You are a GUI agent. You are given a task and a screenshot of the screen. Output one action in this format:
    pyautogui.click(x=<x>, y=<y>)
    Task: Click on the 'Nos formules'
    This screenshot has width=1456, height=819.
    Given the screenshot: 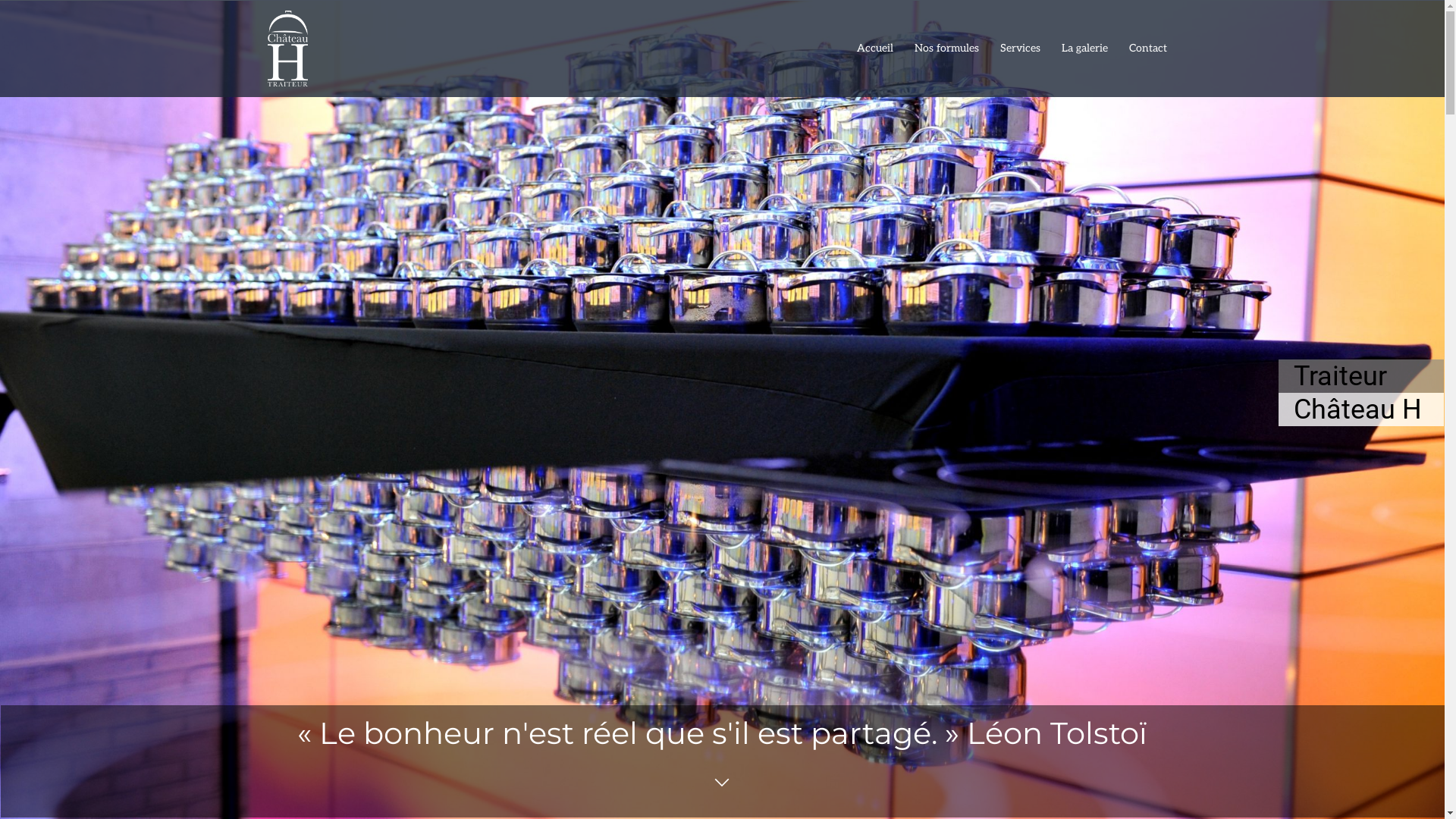 What is the action you would take?
    pyautogui.click(x=946, y=48)
    